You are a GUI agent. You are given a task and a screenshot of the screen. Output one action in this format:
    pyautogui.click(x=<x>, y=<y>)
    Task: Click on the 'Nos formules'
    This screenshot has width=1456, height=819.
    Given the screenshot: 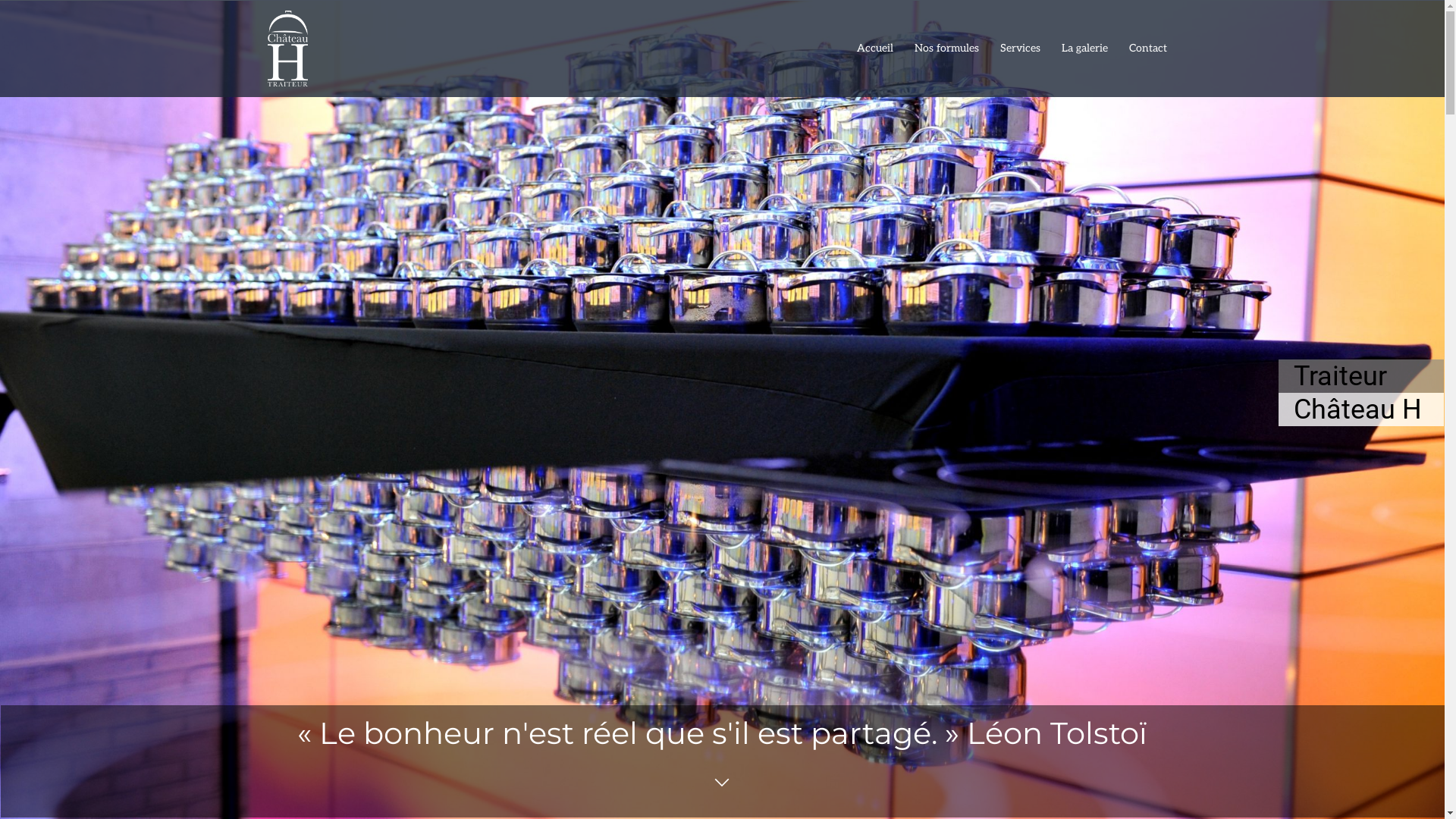 What is the action you would take?
    pyautogui.click(x=946, y=48)
    